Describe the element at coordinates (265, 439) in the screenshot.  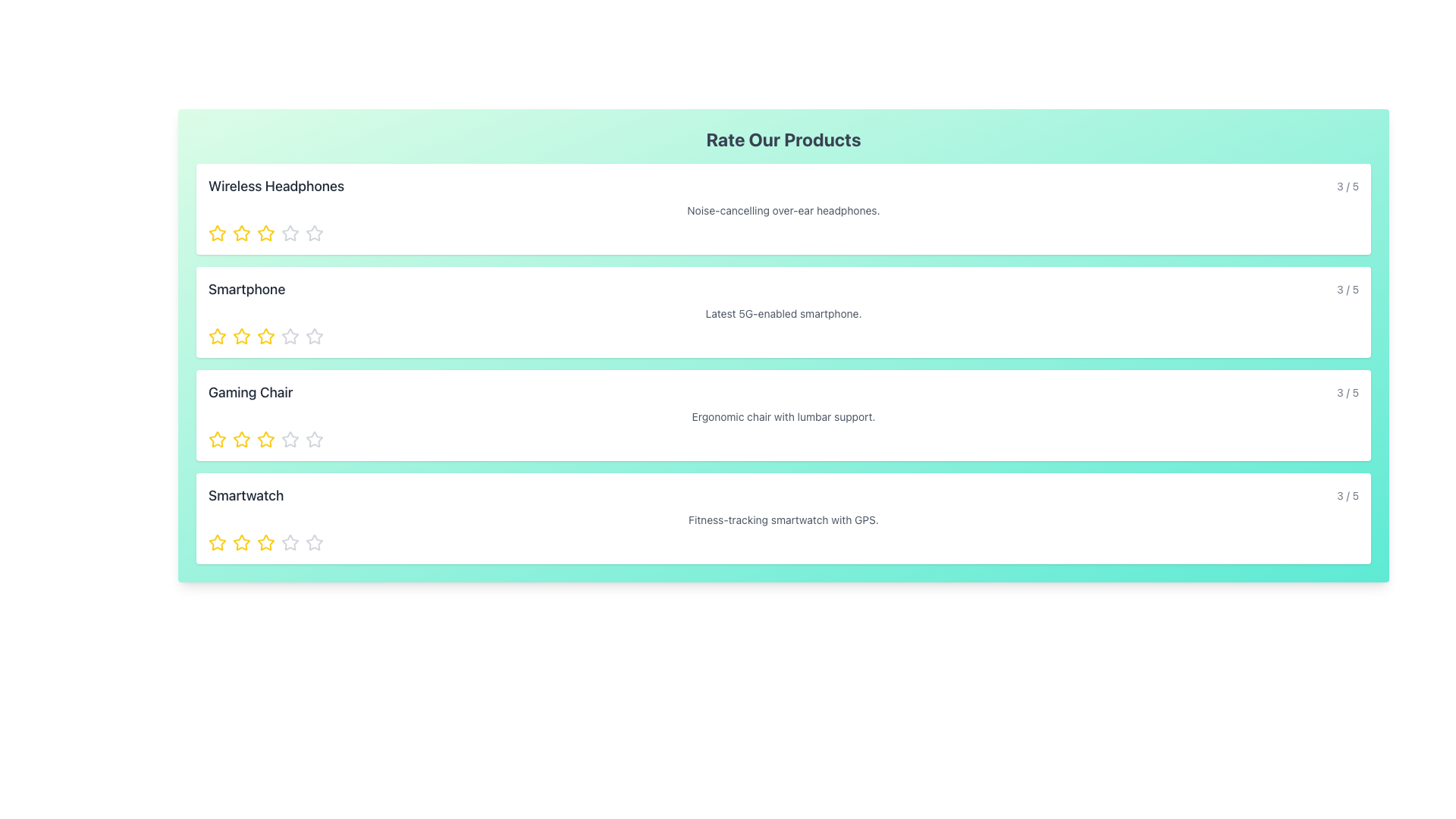
I see `the third Rating Star Icon in the rating row for 'Gaming Chair'` at that location.